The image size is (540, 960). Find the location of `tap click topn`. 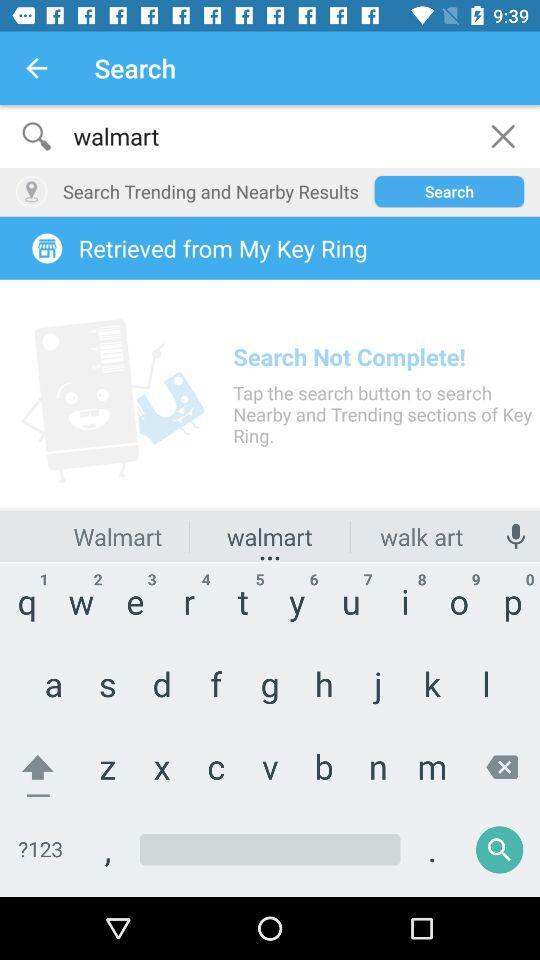

tap click topn is located at coordinates (270, 500).